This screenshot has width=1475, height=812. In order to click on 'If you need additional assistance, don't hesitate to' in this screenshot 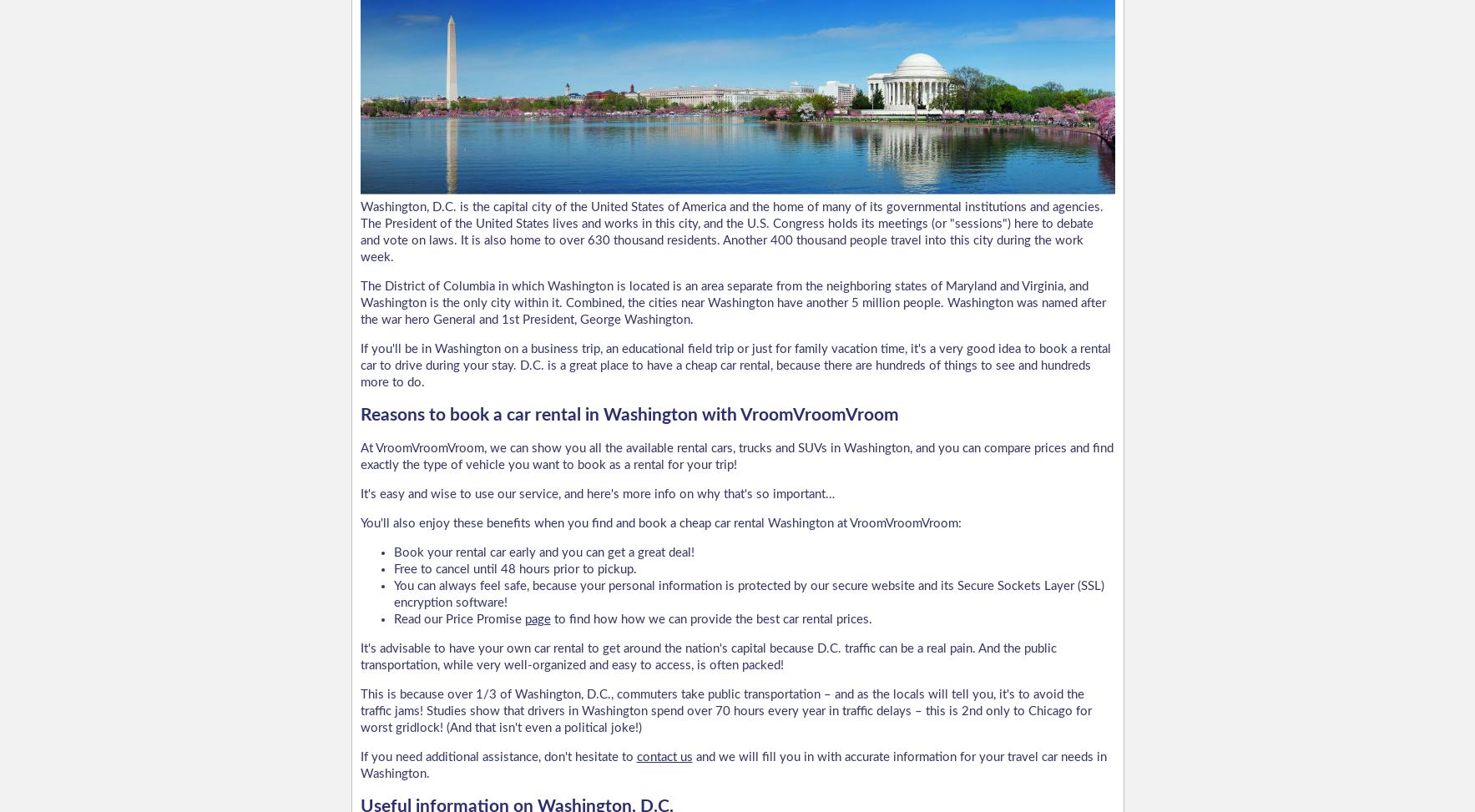, I will do `click(359, 755)`.